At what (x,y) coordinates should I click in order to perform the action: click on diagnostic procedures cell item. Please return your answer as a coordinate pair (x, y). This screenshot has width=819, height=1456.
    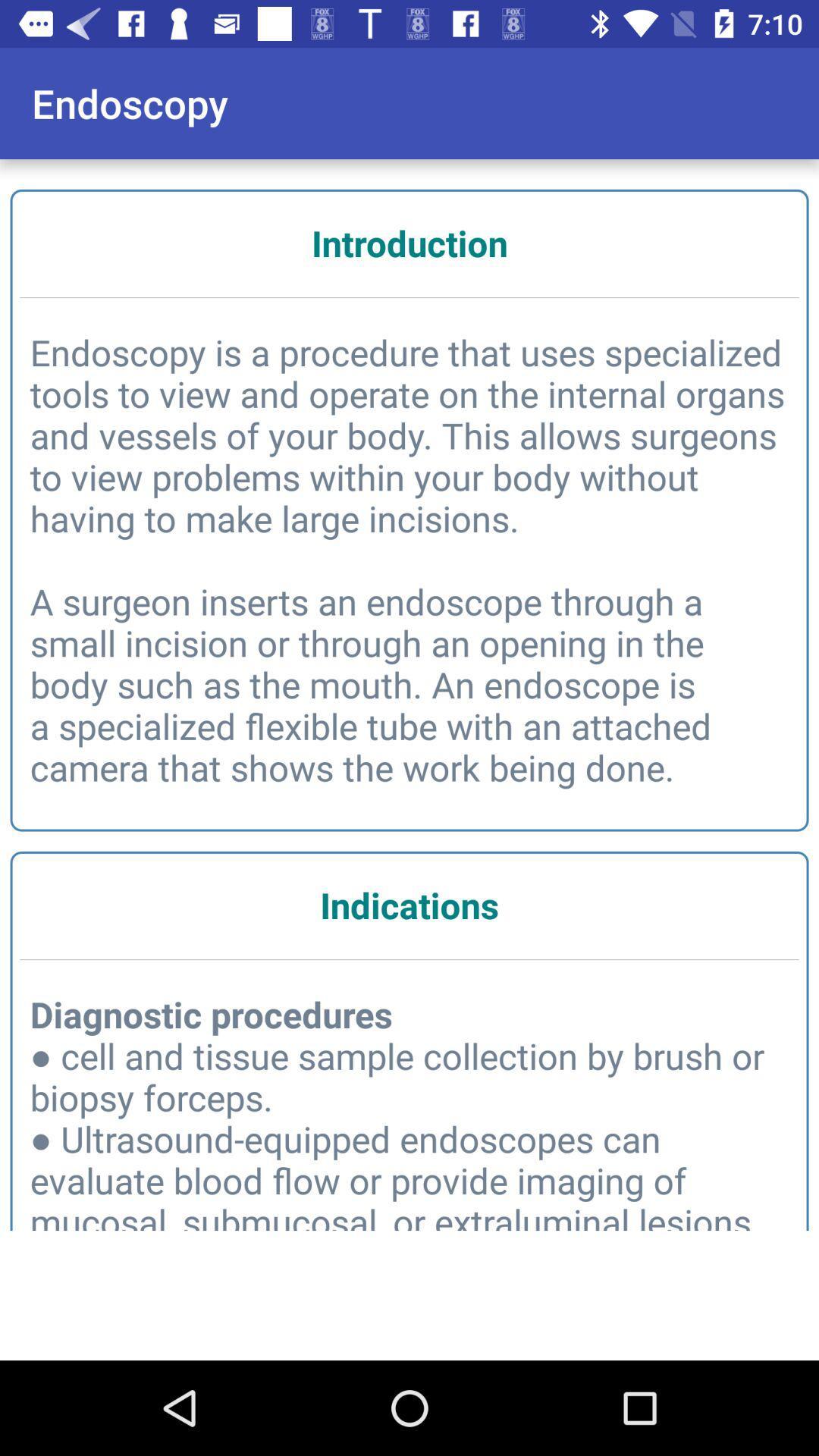
    Looking at the image, I should click on (409, 1116).